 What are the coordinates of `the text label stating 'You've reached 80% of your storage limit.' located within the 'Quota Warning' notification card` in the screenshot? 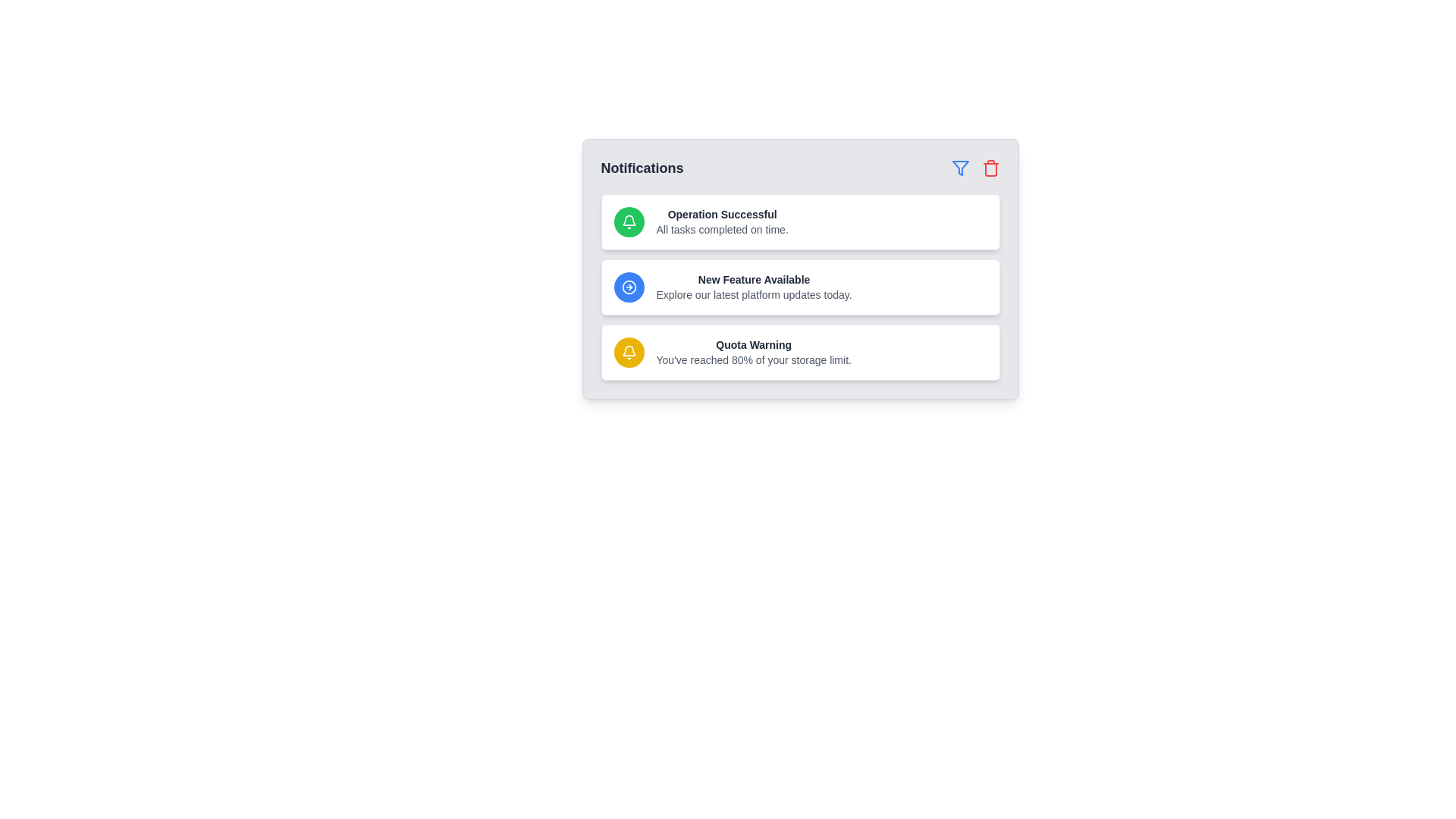 It's located at (754, 359).